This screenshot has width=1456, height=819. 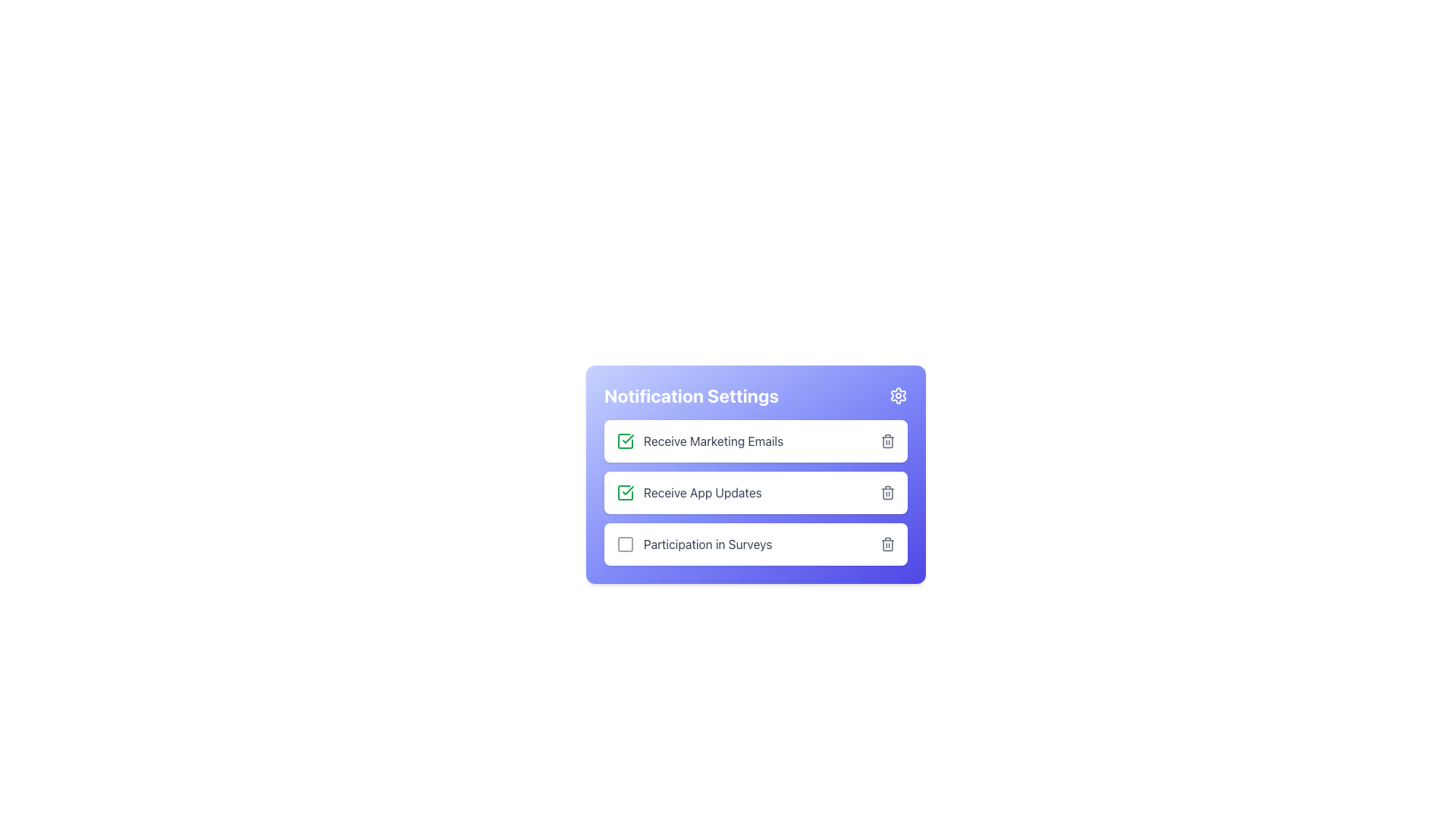 What do you see at coordinates (756, 394) in the screenshot?
I see `the Text Display that introduces the notification settings section, located above the list of options including 'Receive Marketing Emails'` at bounding box center [756, 394].